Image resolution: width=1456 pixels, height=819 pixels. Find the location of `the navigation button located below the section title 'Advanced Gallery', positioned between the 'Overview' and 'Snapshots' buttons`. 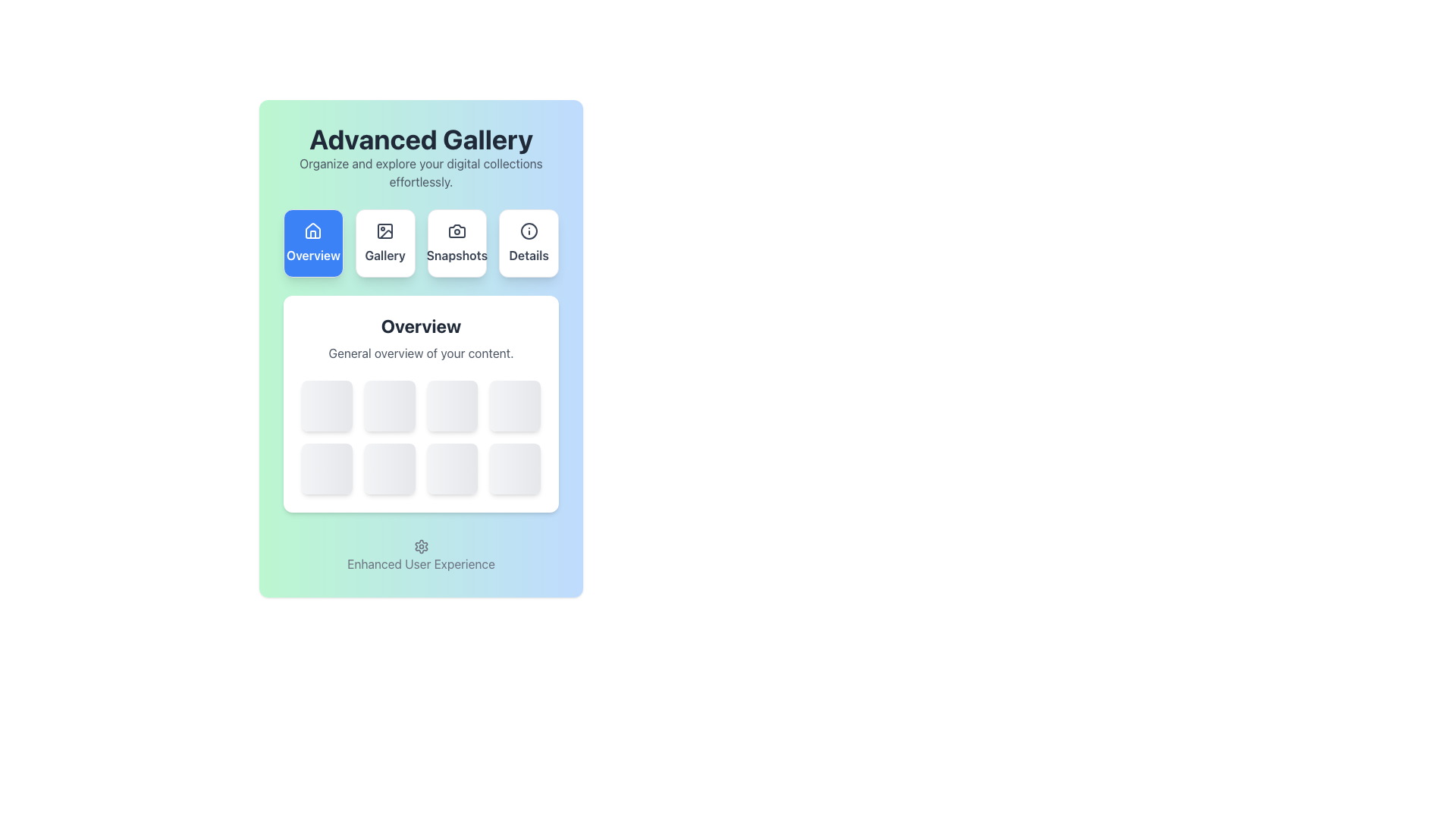

the navigation button located below the section title 'Advanced Gallery', positioned between the 'Overview' and 'Snapshots' buttons is located at coordinates (385, 242).